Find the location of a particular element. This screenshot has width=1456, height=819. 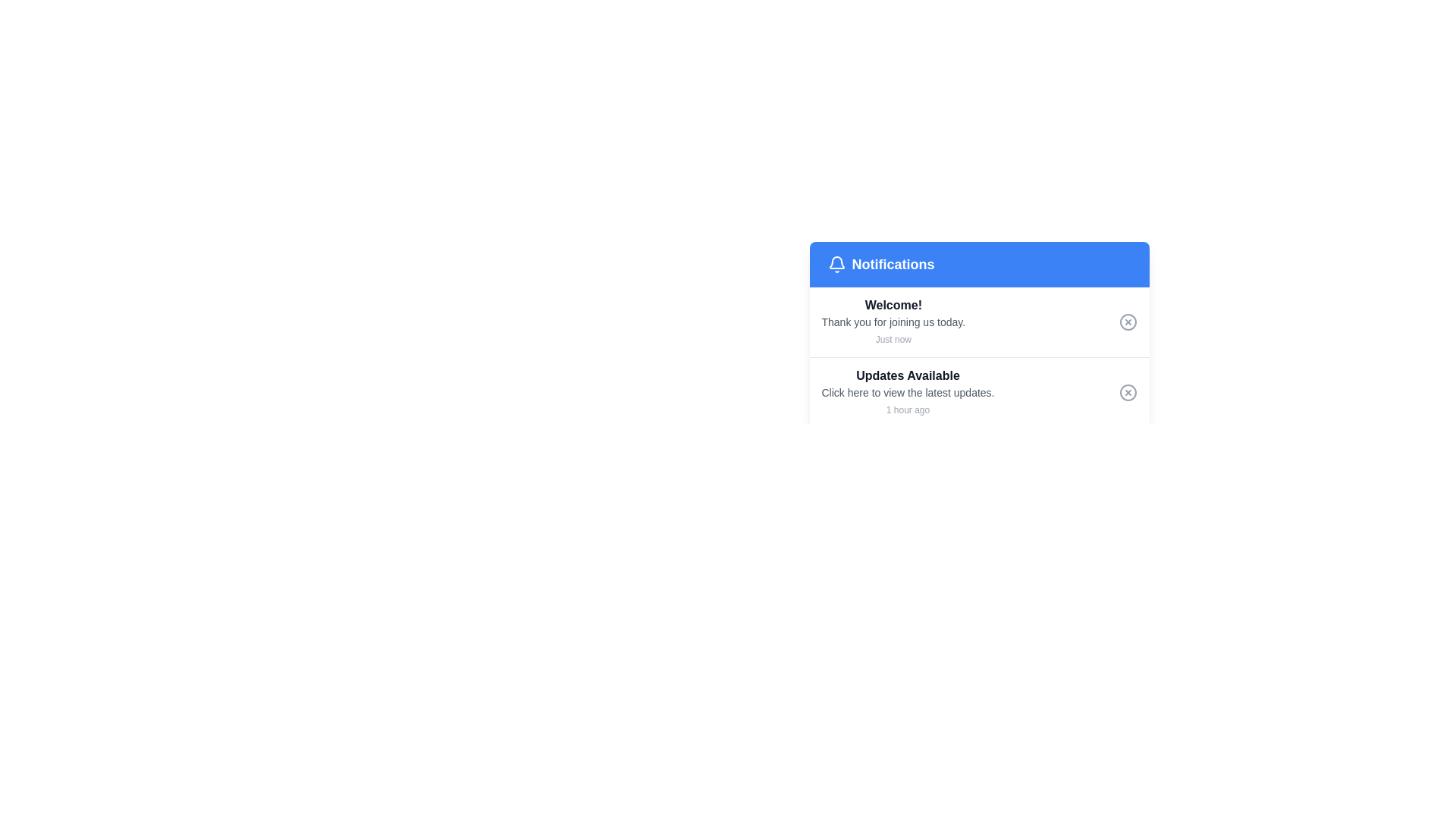

the close button icon located in the bottom row of the notification panel, positioned to the far right of the 'Updates Available' text is located at coordinates (1128, 391).